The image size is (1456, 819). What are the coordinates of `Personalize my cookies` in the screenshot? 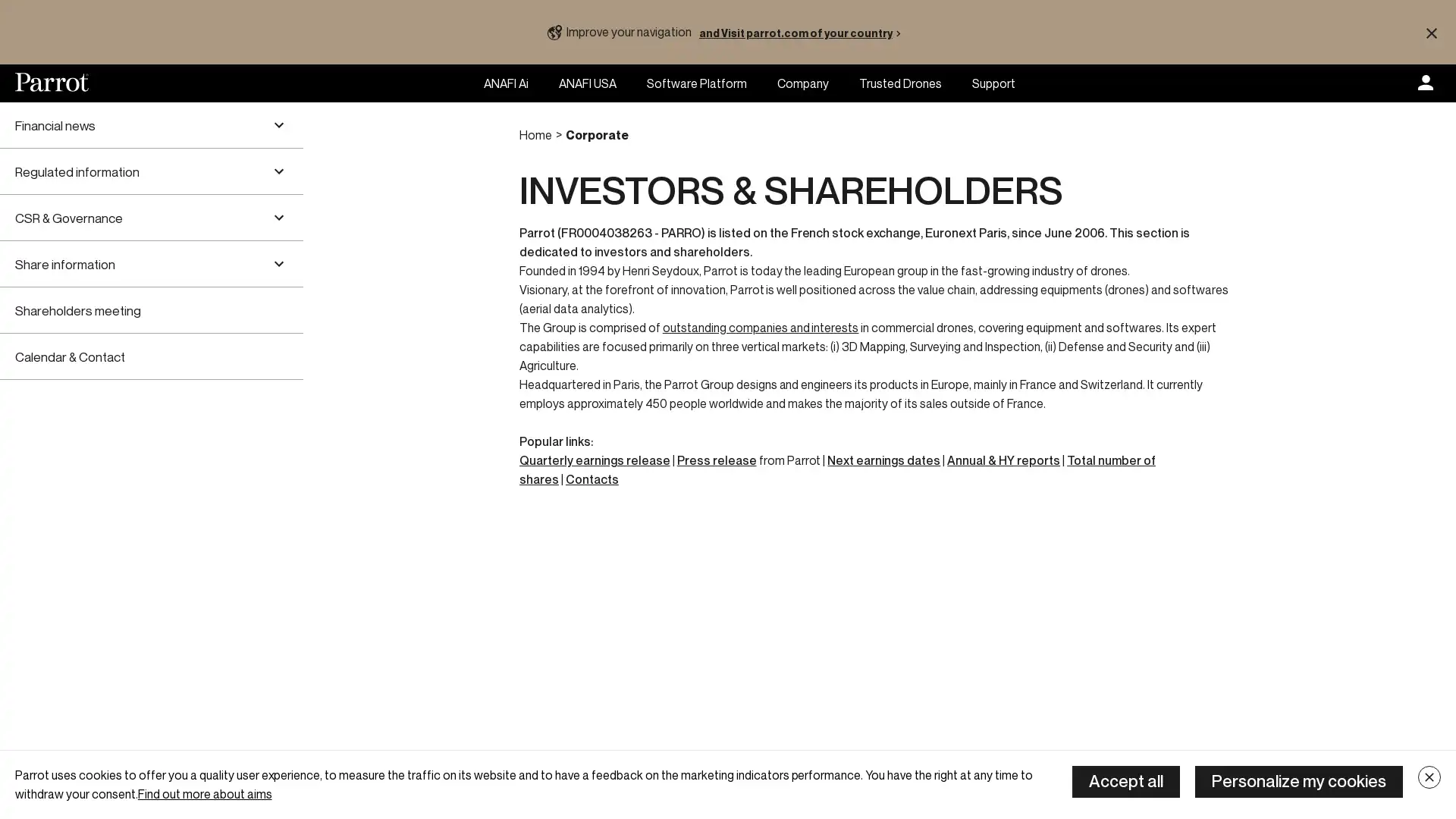 It's located at (1298, 781).